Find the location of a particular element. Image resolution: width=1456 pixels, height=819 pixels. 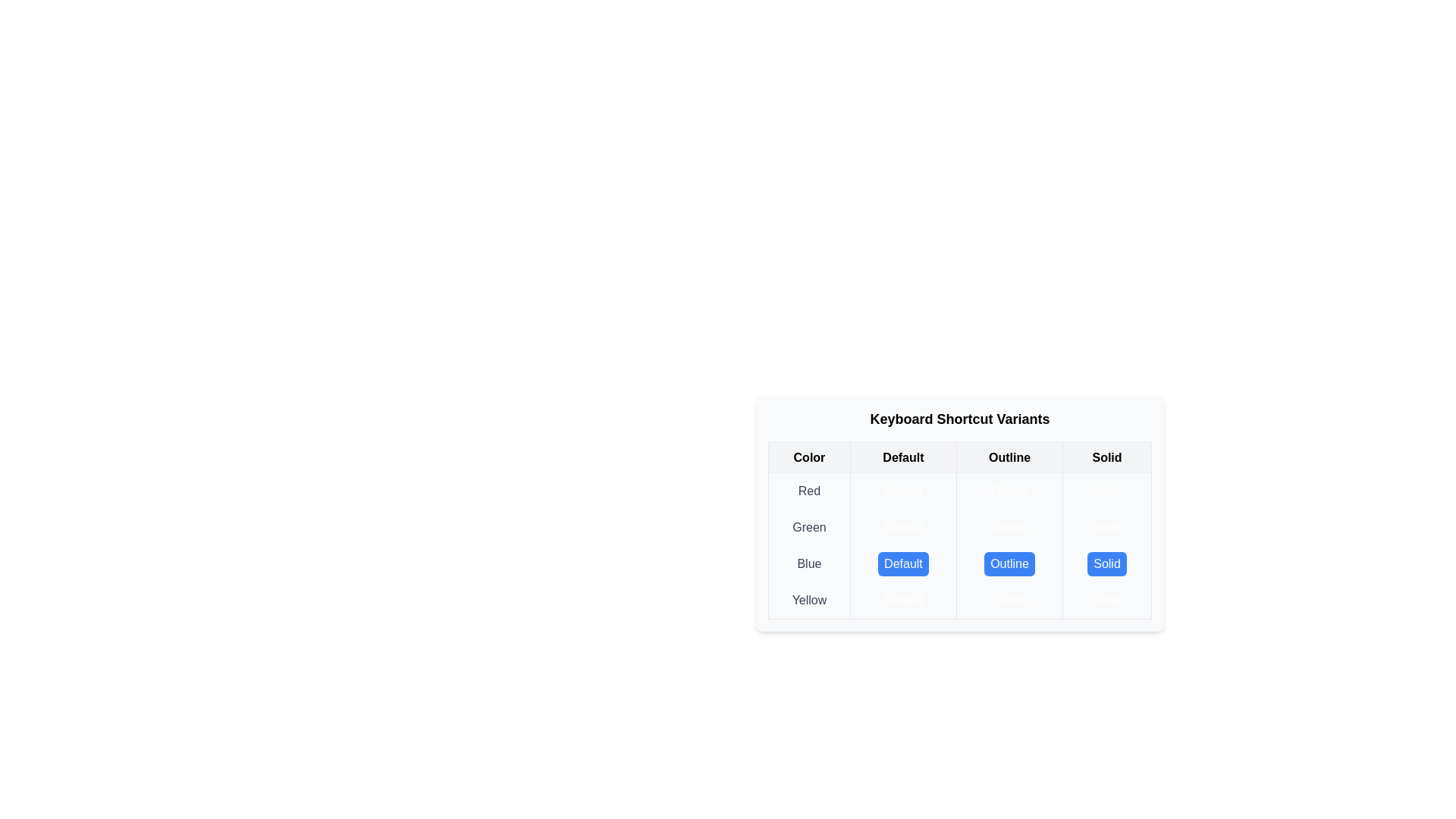

the text label that identifies the 'Blue' color in the tabular interface, located in the third row under the 'Color' column is located at coordinates (808, 564).